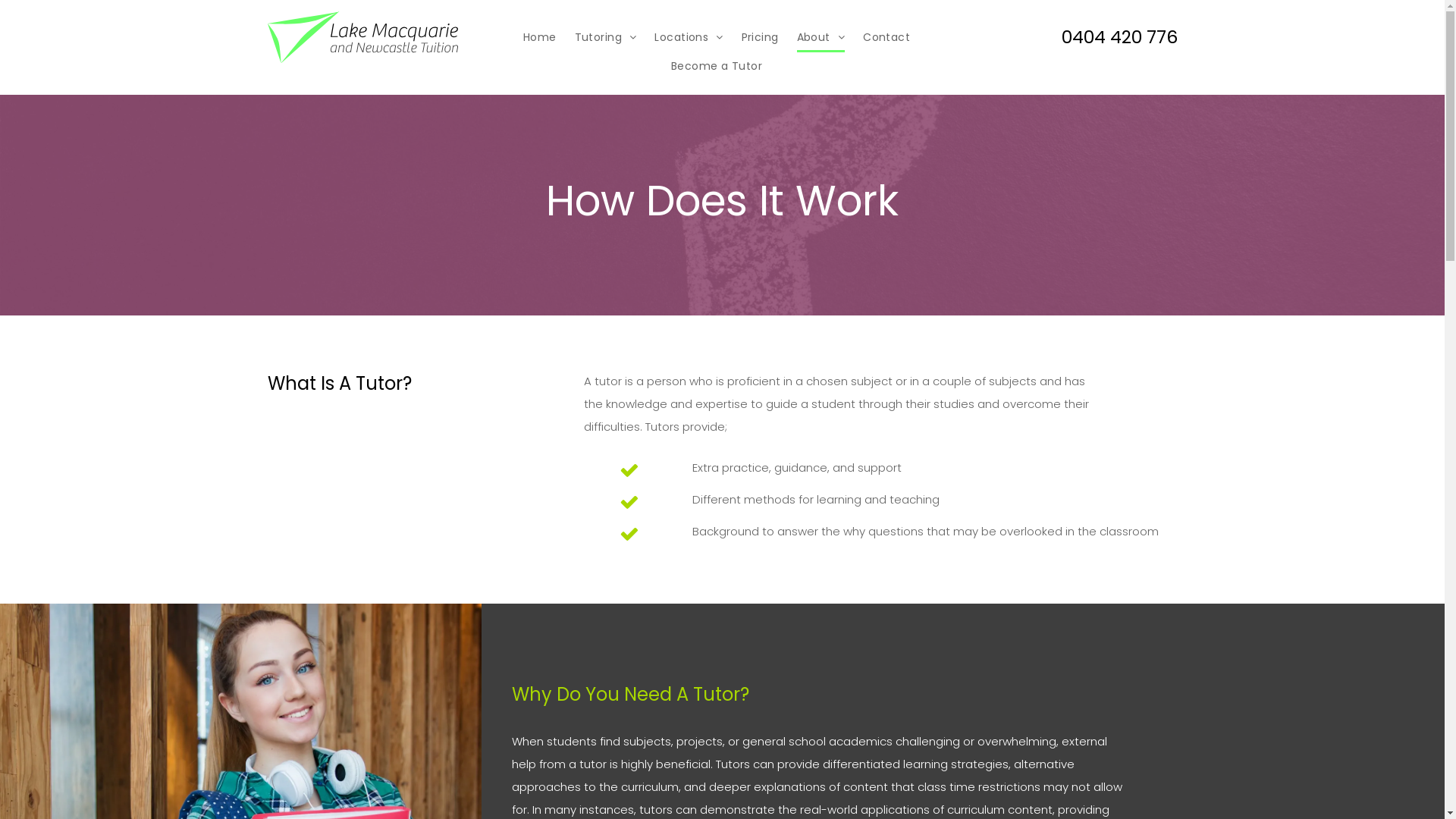  Describe the element at coordinates (821, 36) in the screenshot. I see `'About'` at that location.